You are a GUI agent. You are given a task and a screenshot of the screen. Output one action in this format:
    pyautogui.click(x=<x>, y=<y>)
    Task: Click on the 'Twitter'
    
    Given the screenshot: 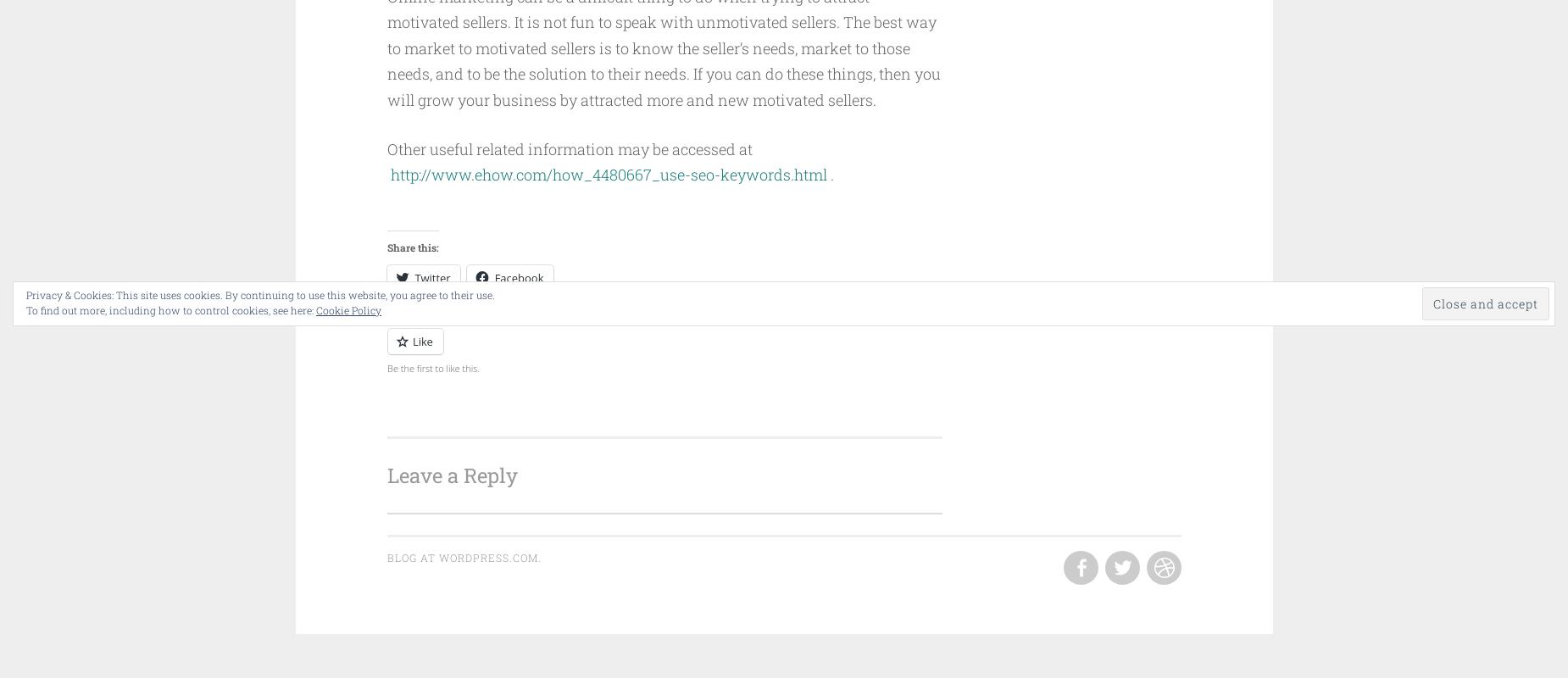 What is the action you would take?
    pyautogui.click(x=432, y=277)
    